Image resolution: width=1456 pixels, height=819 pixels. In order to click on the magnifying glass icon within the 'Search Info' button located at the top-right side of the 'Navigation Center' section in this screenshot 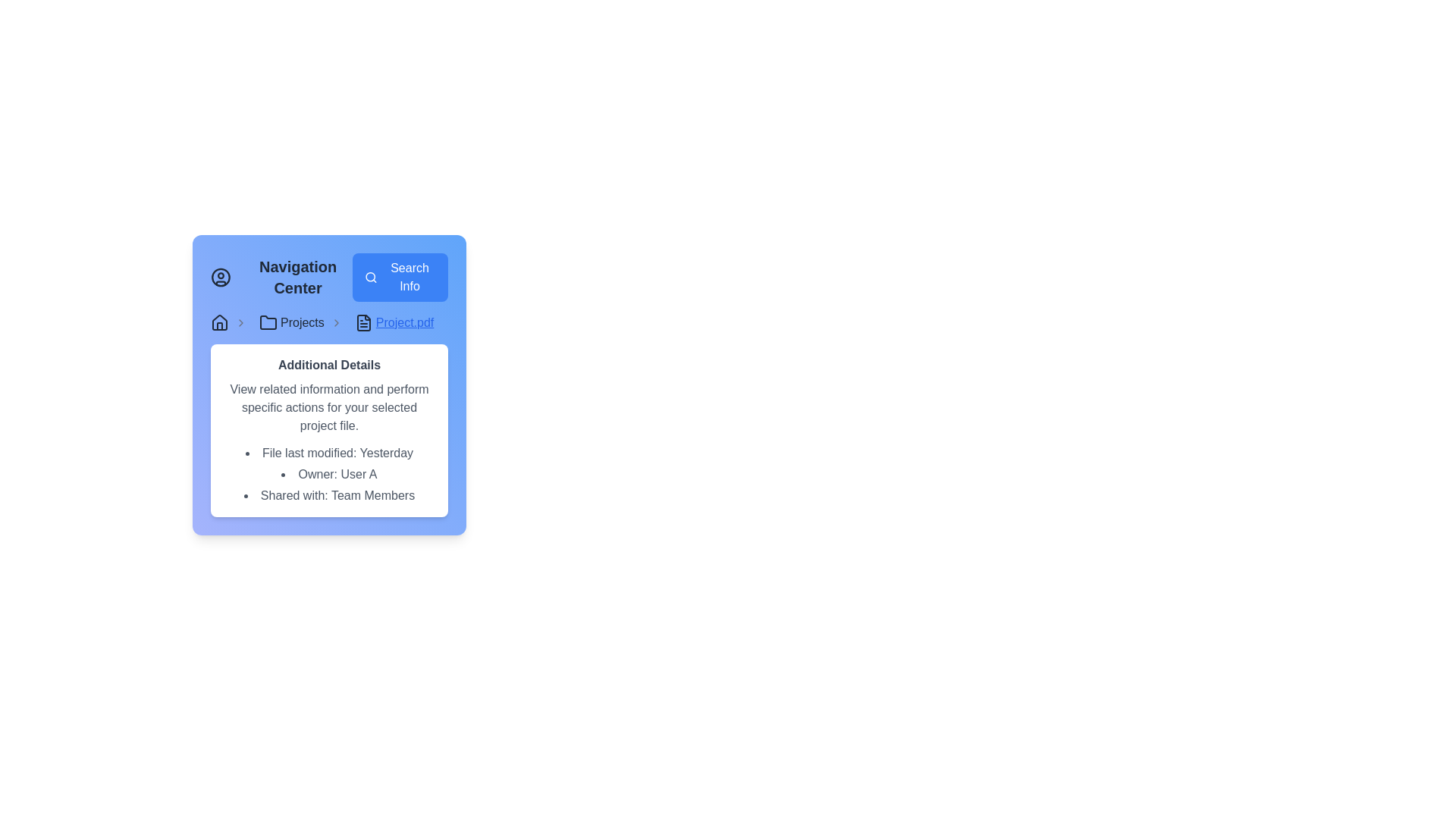, I will do `click(371, 278)`.